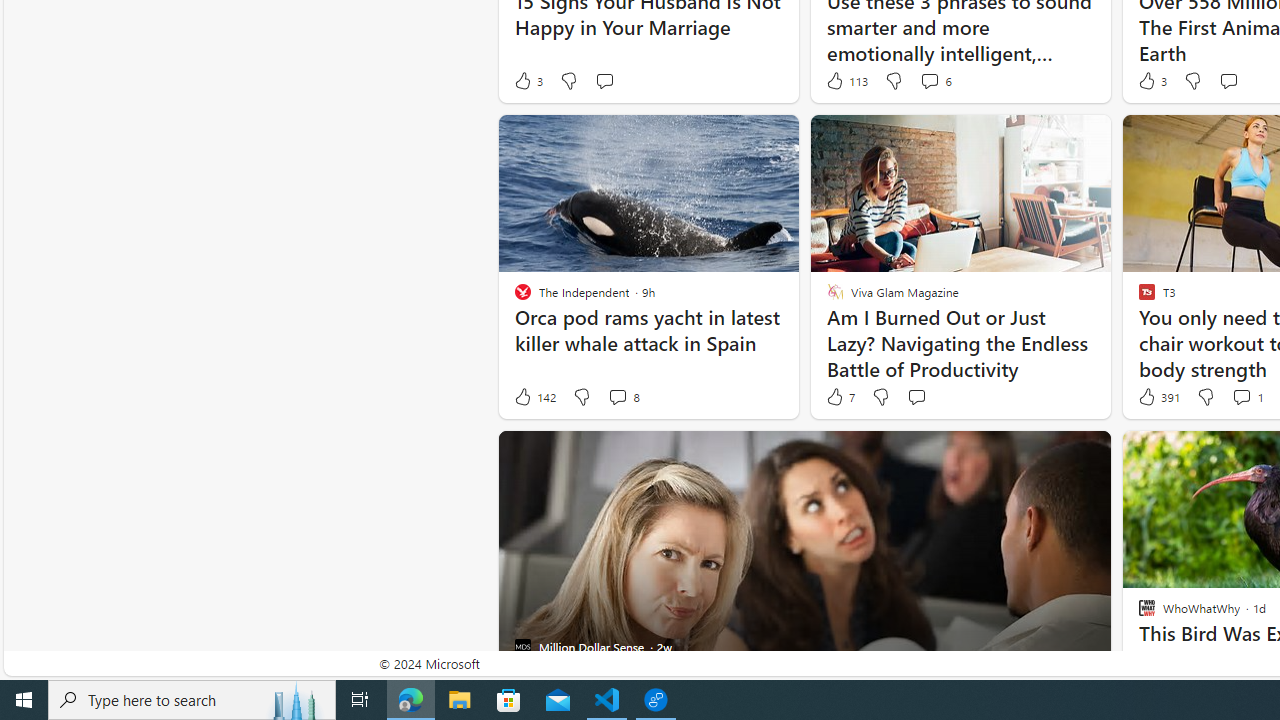 The height and width of the screenshot is (720, 1280). I want to click on 'View comments 1 Comment', so click(1246, 397).